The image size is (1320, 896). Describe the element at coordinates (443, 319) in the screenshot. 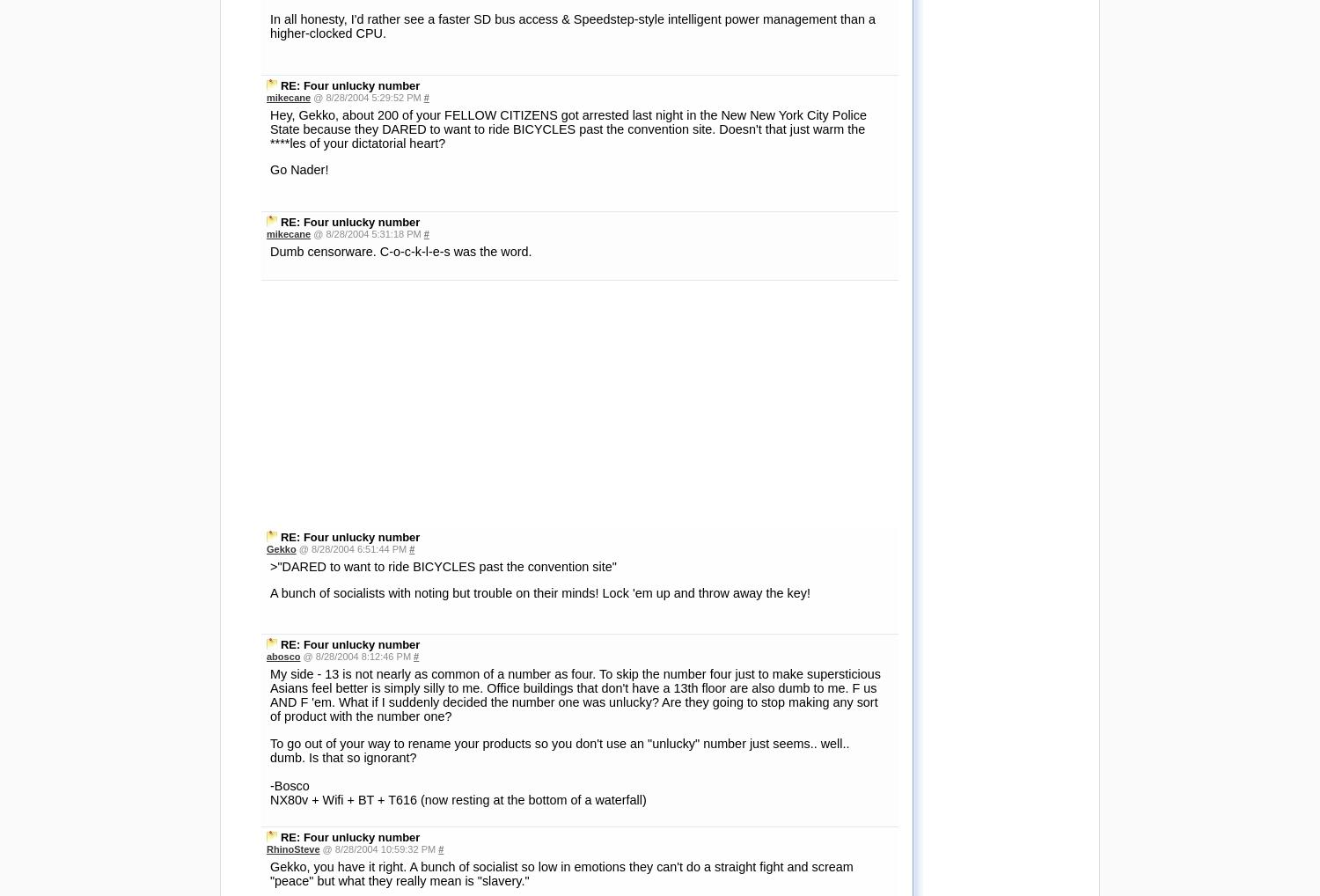

I see `'>"DARED to want to ride BICYCLES past the convention site"'` at that location.